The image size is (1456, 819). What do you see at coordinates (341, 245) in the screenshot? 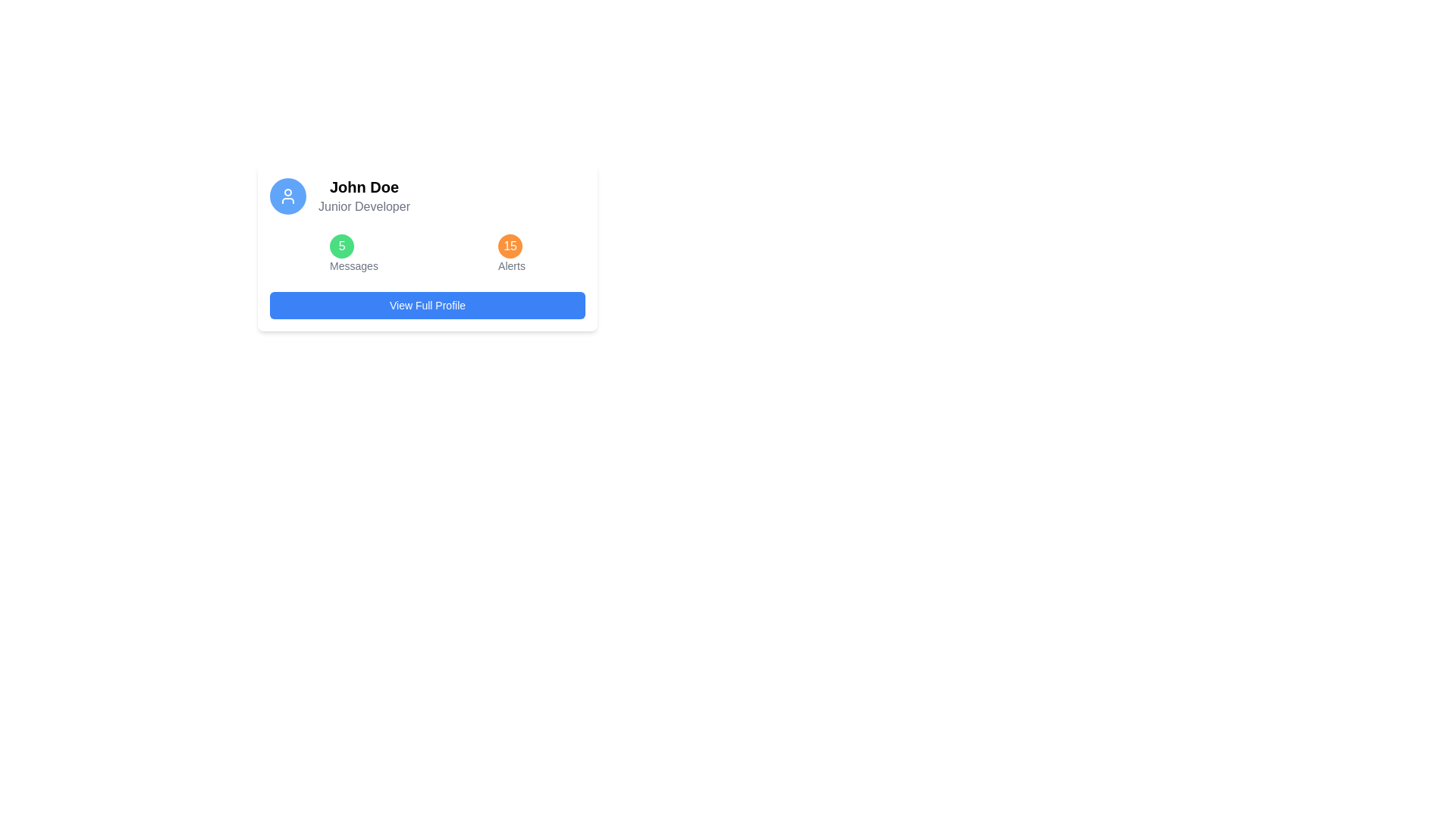
I see `the Badge element that displays a notification count associated with the 'Messages' label, located in the top-left region relative to the '15 Alerts' badge` at bounding box center [341, 245].